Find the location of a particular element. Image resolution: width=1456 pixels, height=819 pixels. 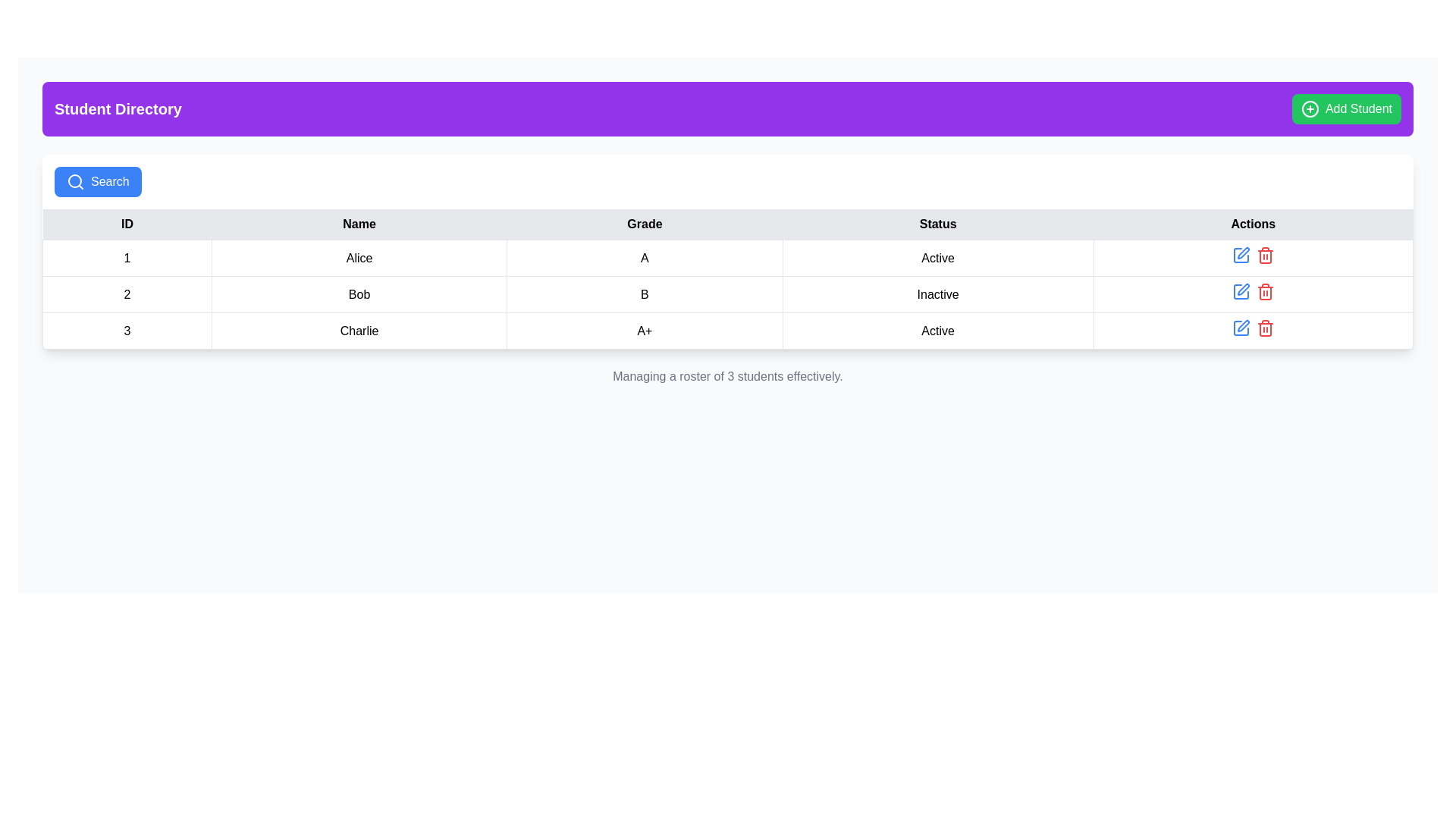

the table cell containing the number '2' in the second row of the 'ID' column is located at coordinates (127, 294).